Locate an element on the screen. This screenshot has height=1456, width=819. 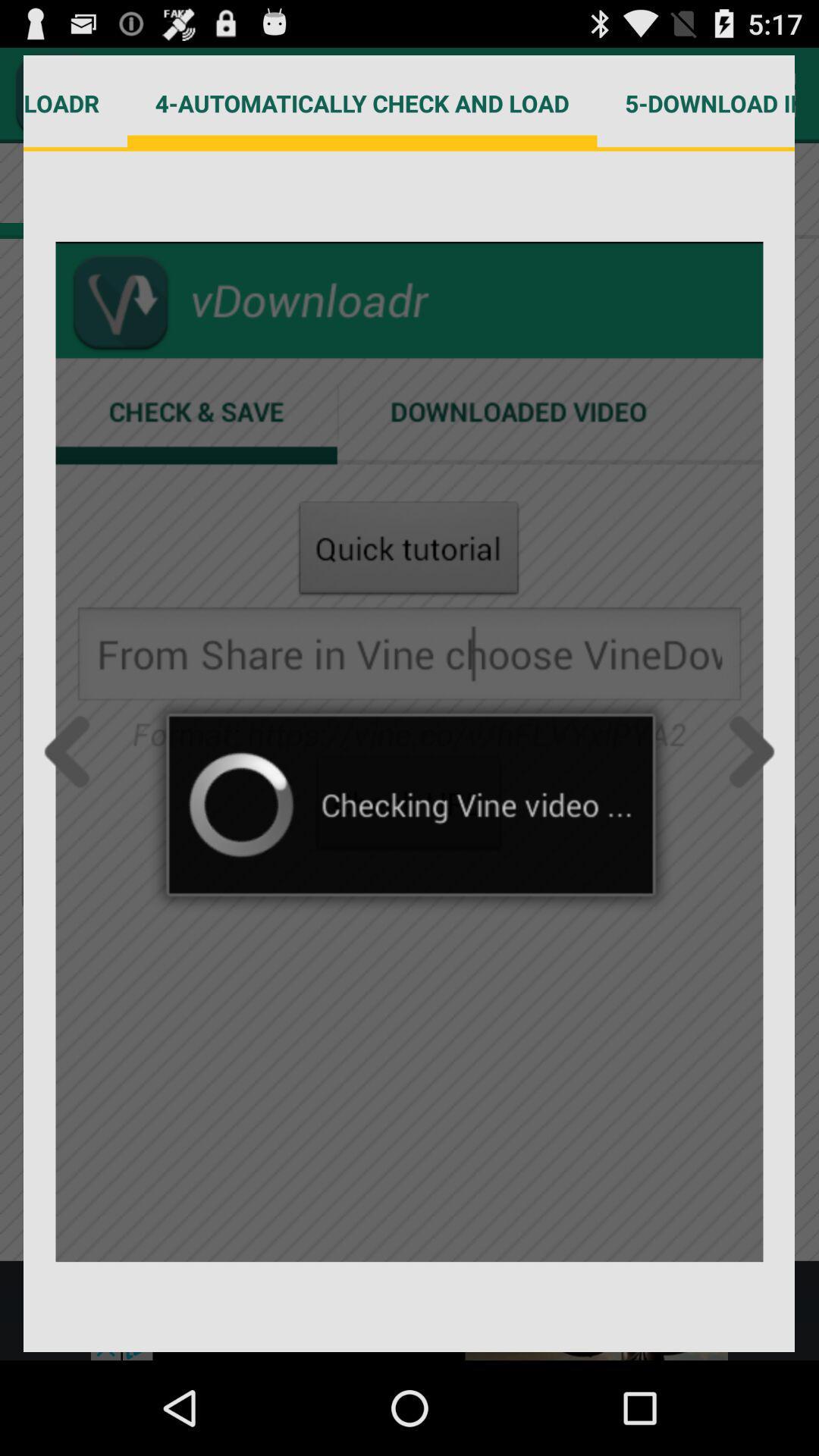
the item at the top is located at coordinates (362, 102).